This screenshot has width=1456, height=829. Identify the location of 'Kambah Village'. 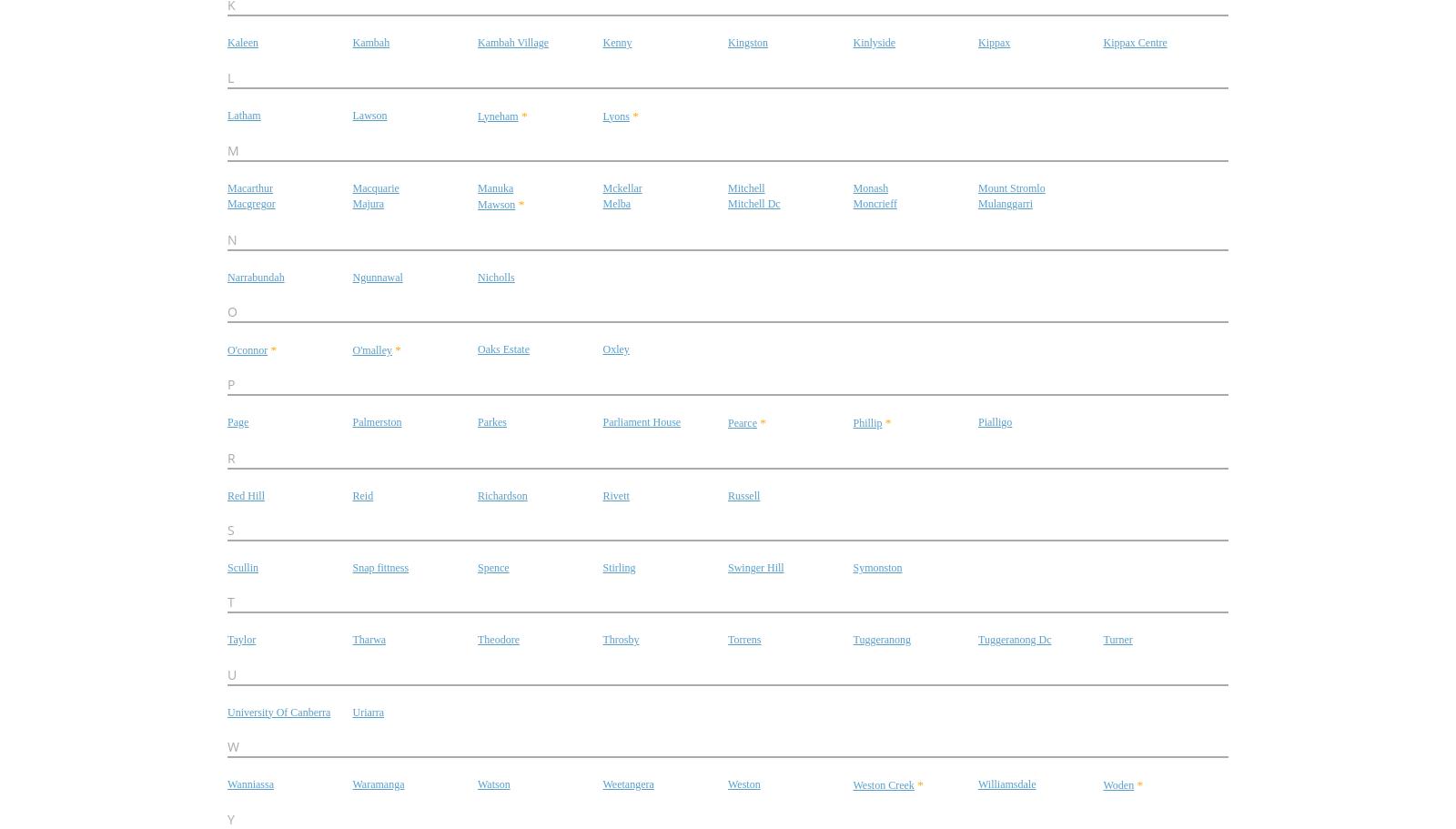
(512, 42).